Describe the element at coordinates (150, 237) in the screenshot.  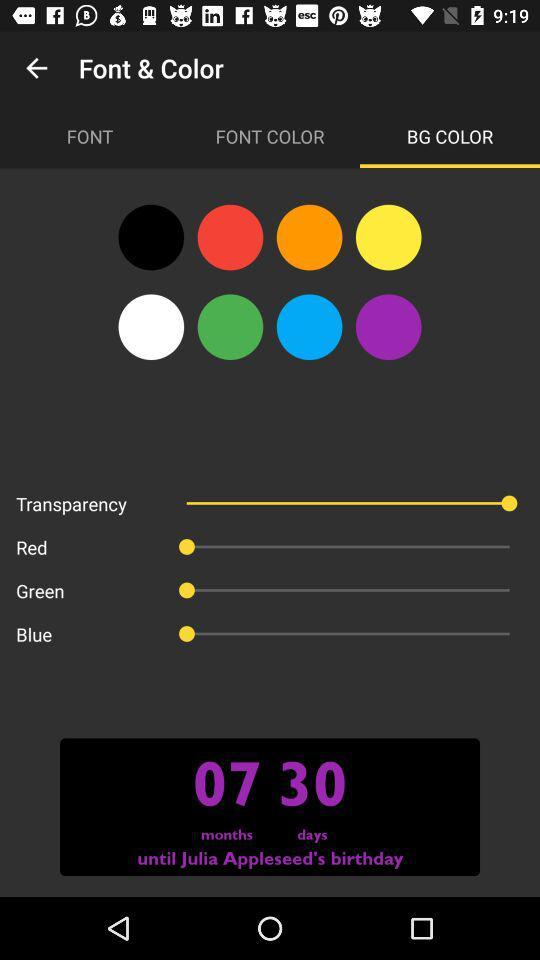
I see `the black color above white color` at that location.